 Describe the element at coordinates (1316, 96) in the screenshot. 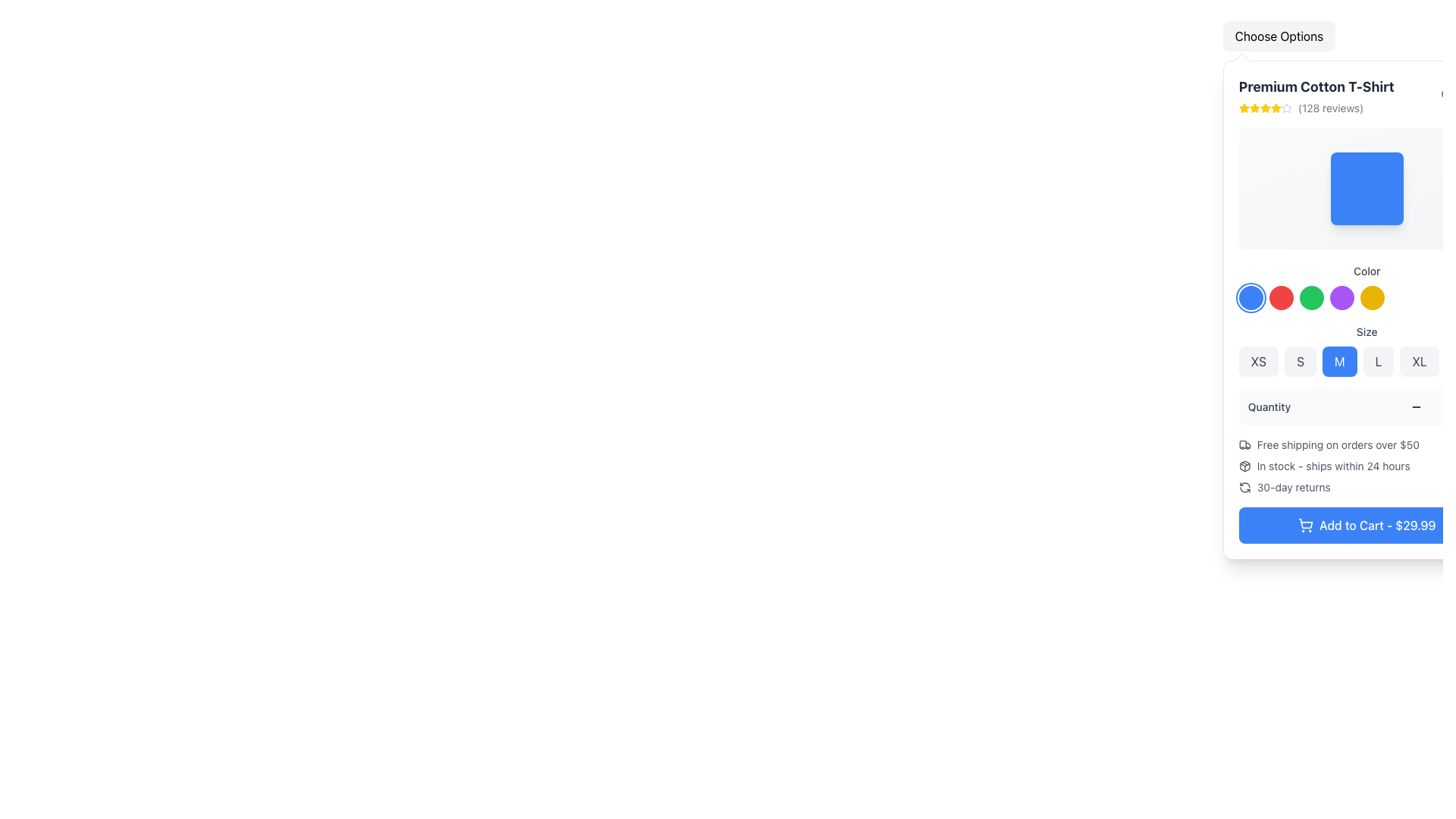

I see `text from the Text Label with Rating Component located at the top right of the layout, which displays the product title and its associated review rating` at that location.